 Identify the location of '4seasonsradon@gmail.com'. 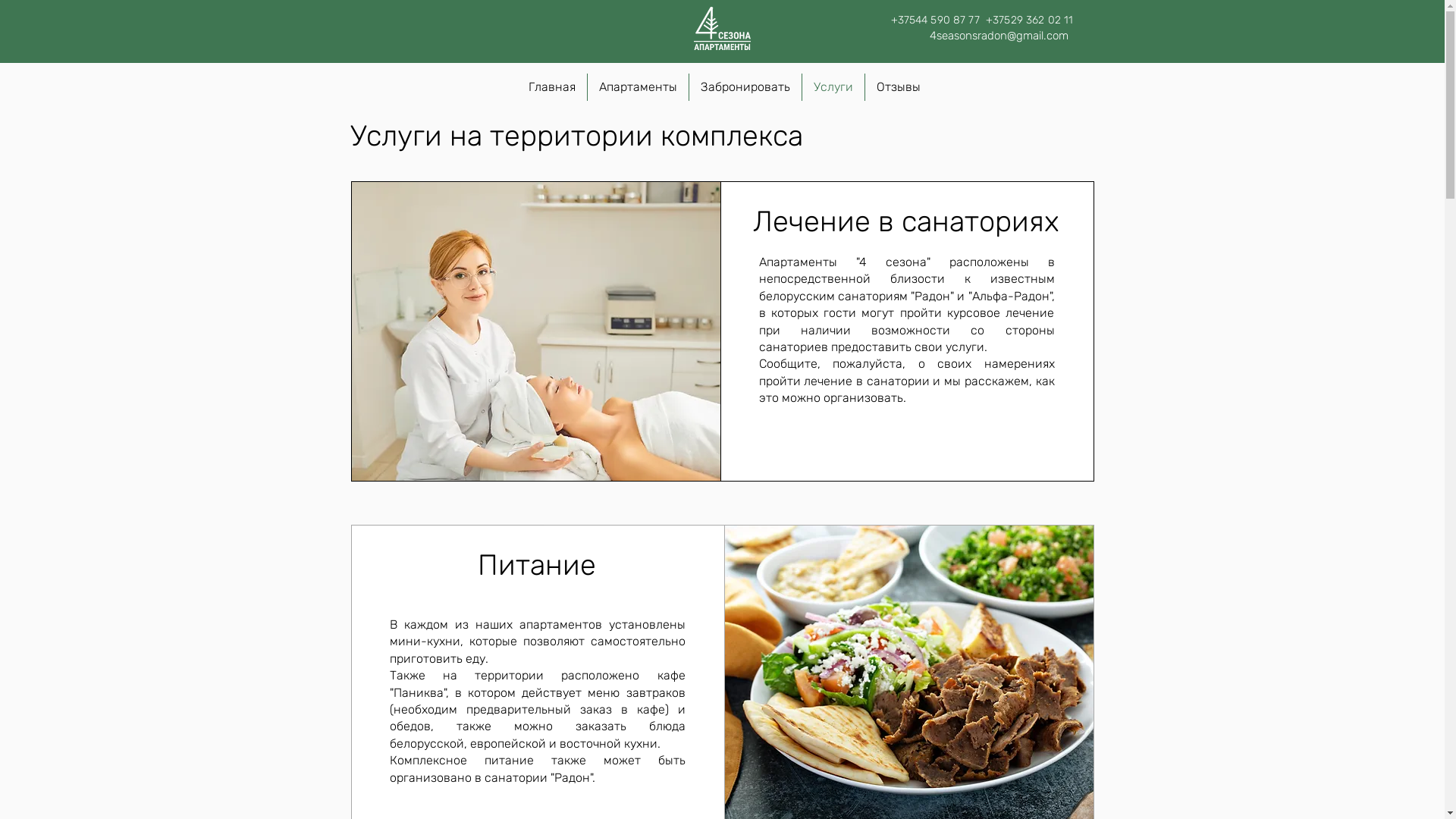
(928, 34).